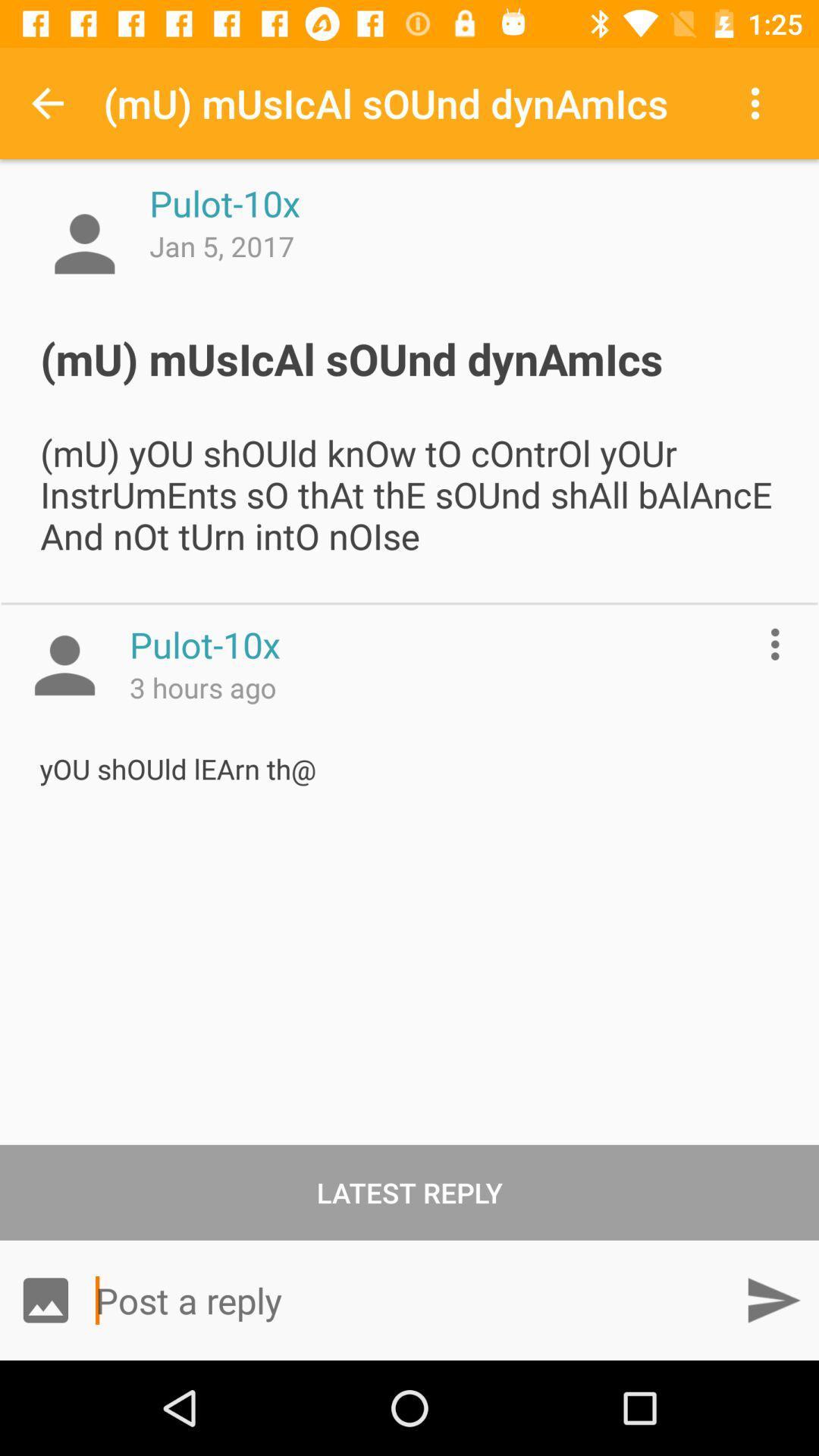  What do you see at coordinates (773, 1299) in the screenshot?
I see `item at the bottom right corner` at bounding box center [773, 1299].